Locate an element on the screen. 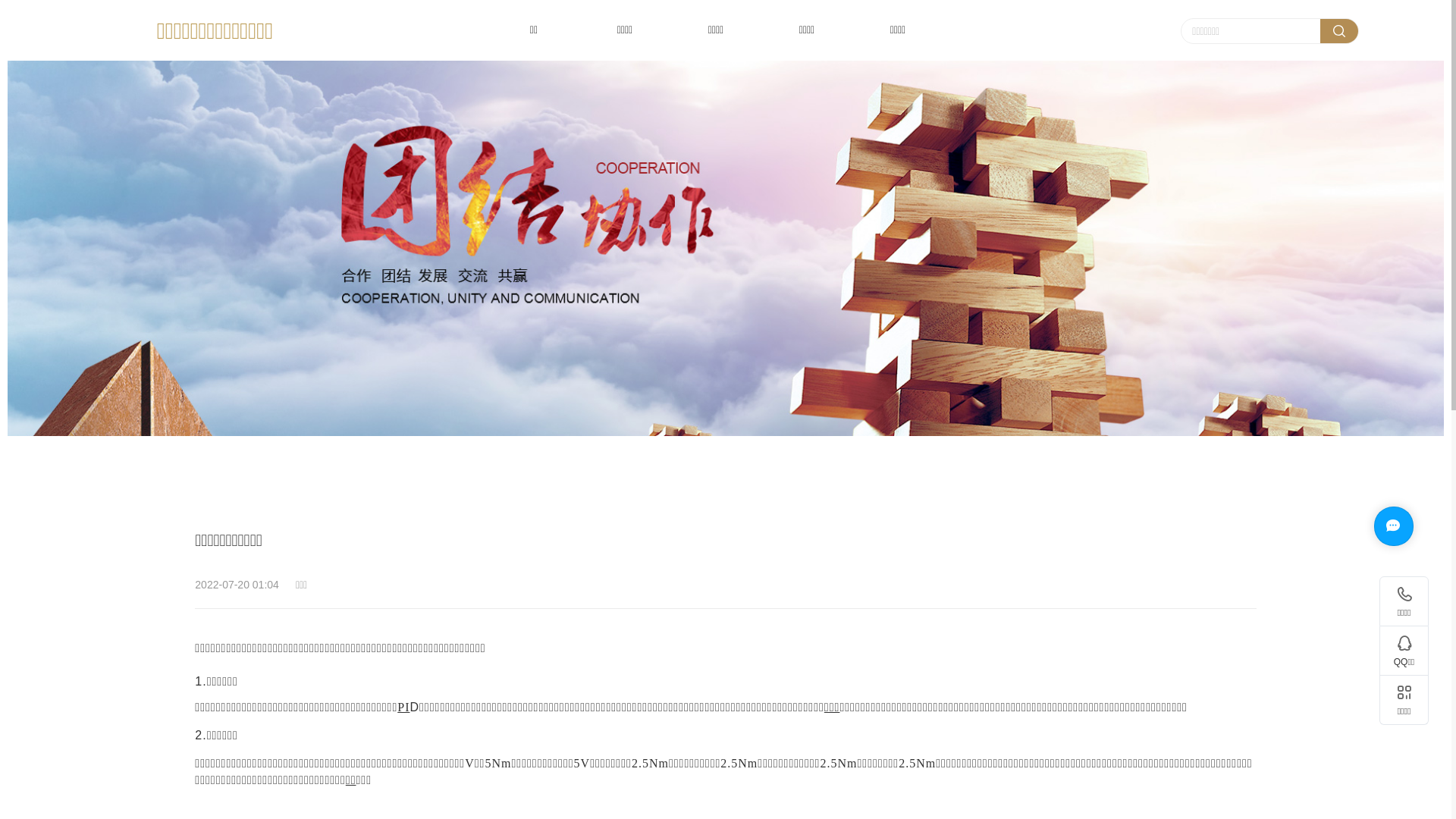  'PI' is located at coordinates (397, 708).